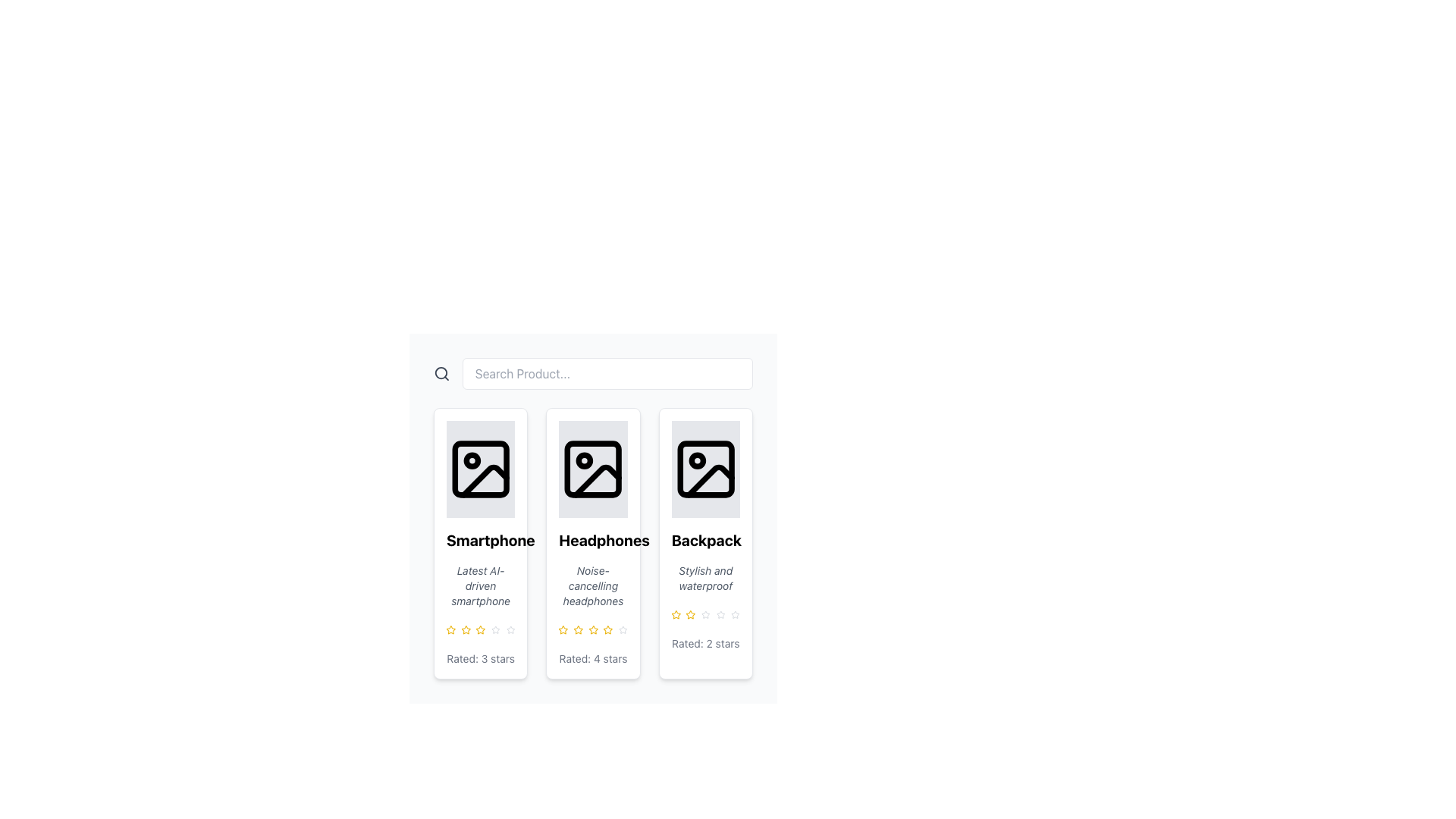  Describe the element at coordinates (592, 543) in the screenshot. I see `the 'Headphones' product card, which is the second card in a grid layout` at that location.